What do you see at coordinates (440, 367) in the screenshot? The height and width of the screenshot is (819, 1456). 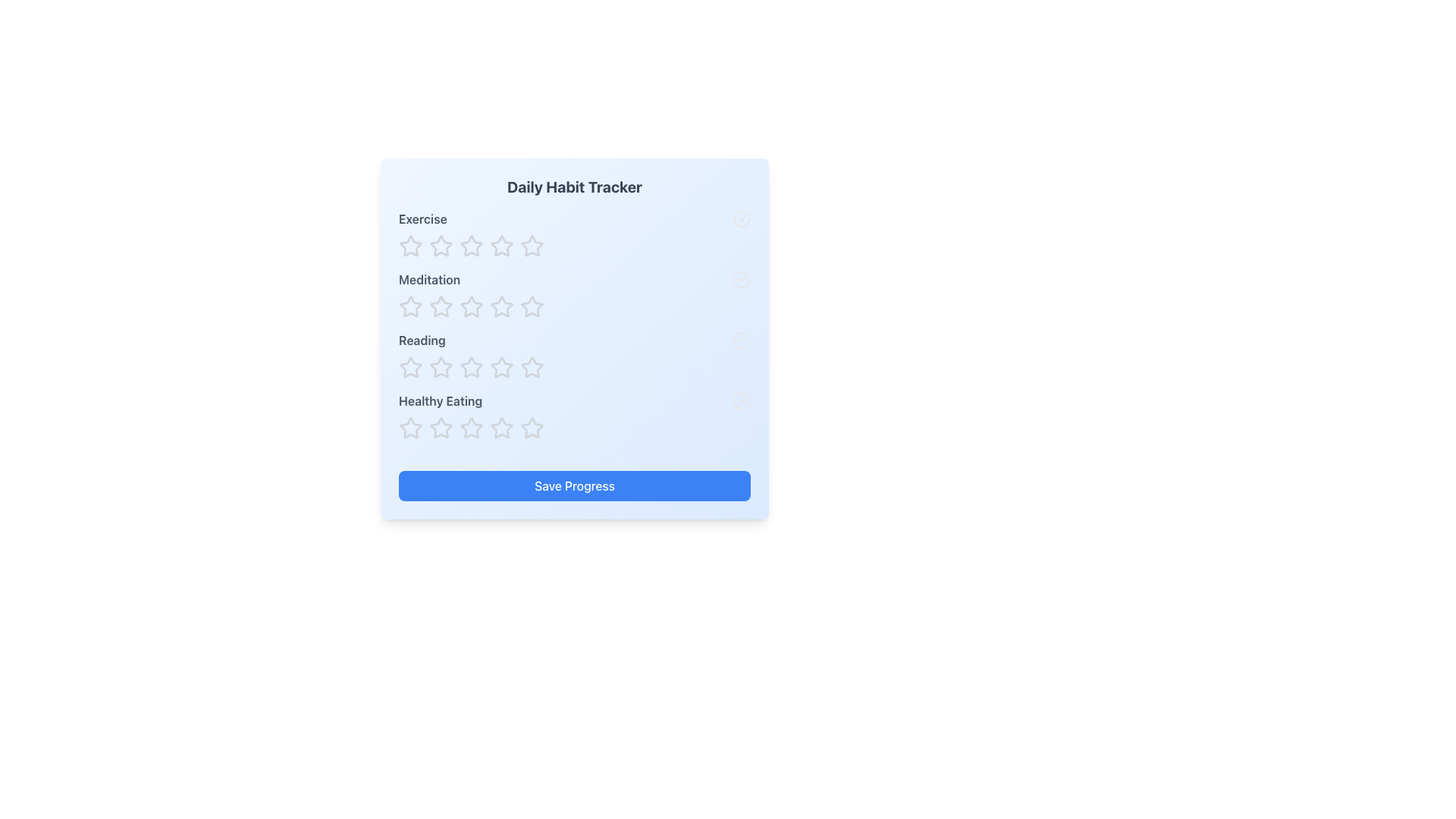 I see `the second star in the rating system under the 'Reading' category` at bounding box center [440, 367].